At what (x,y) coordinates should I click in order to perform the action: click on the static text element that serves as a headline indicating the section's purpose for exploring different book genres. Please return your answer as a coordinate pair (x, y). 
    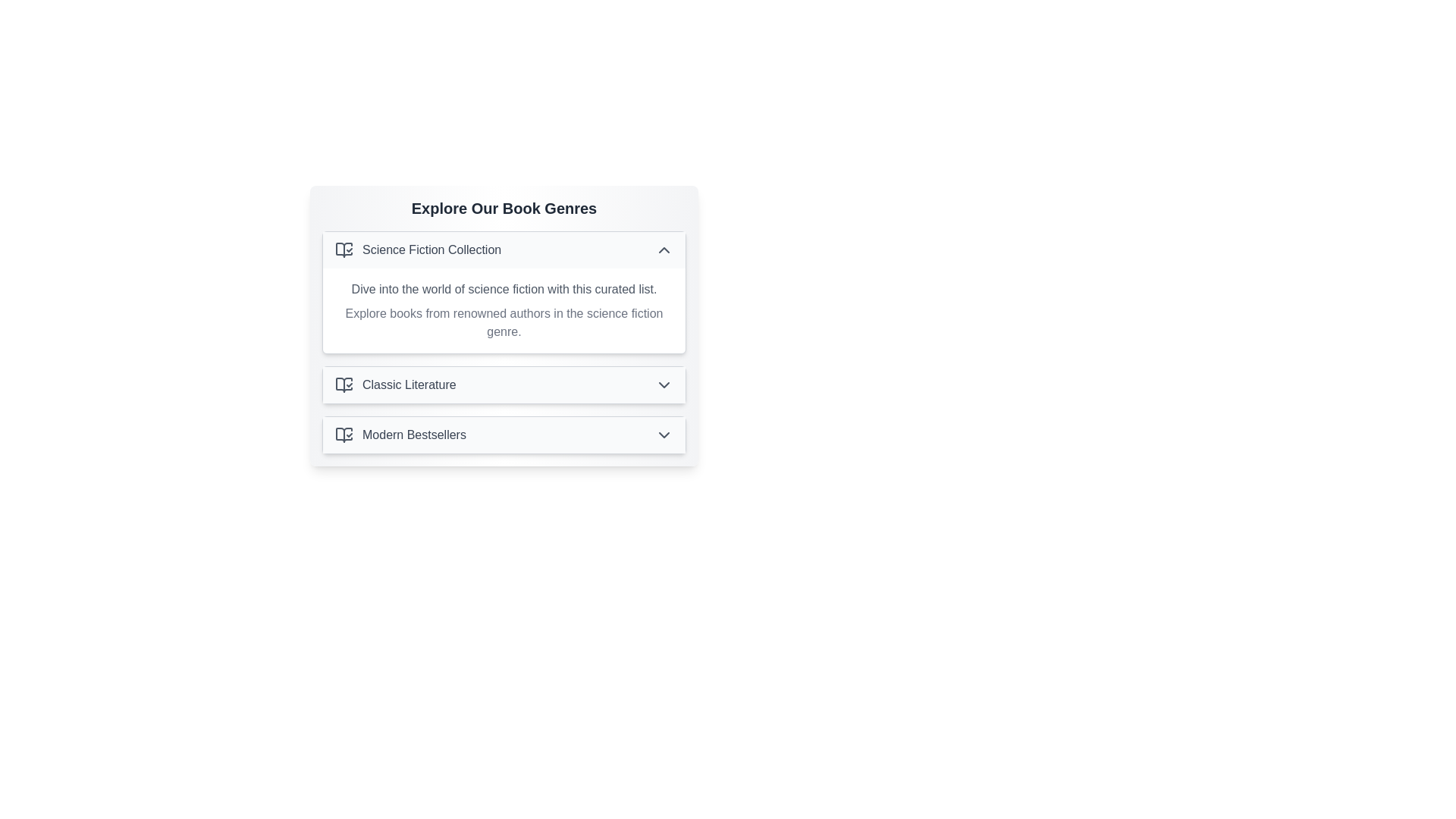
    Looking at the image, I should click on (504, 208).